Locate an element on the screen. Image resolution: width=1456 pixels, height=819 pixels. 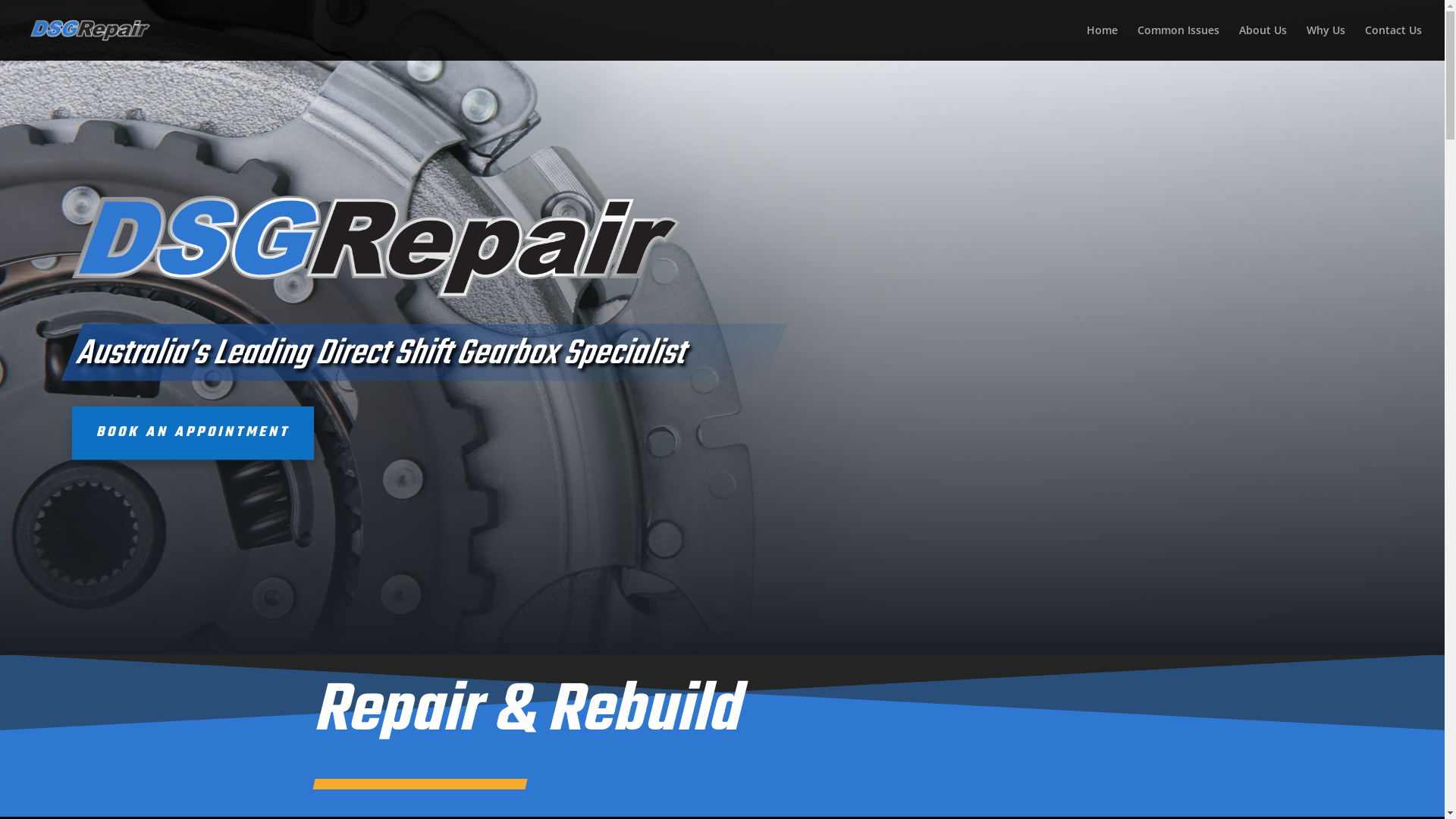
'Common Issues' is located at coordinates (1178, 42).